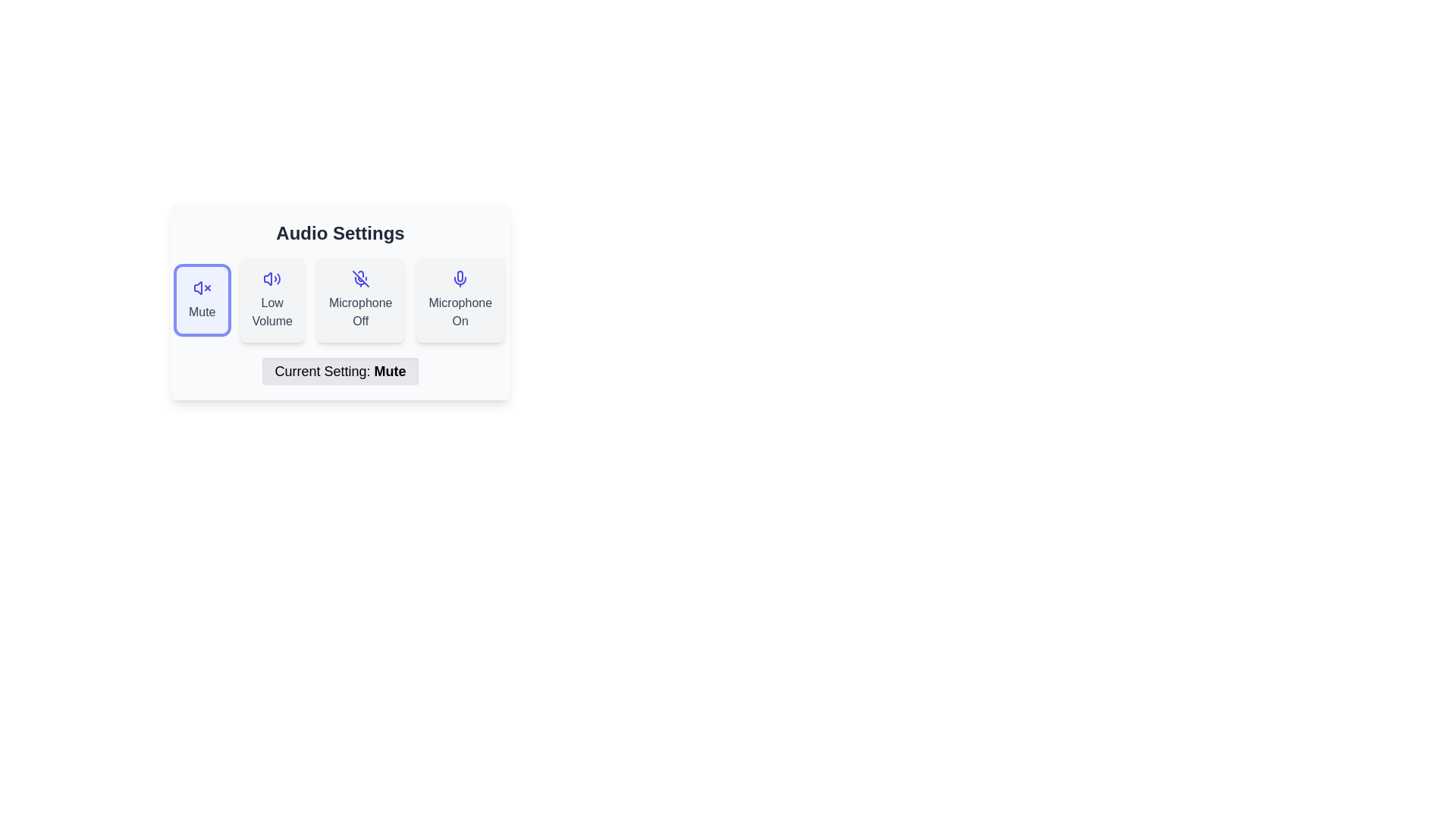  I want to click on the text display element that shows 'Current Setting: Mute', which is located centrally within the 'Audio Settings' card, so click(340, 371).